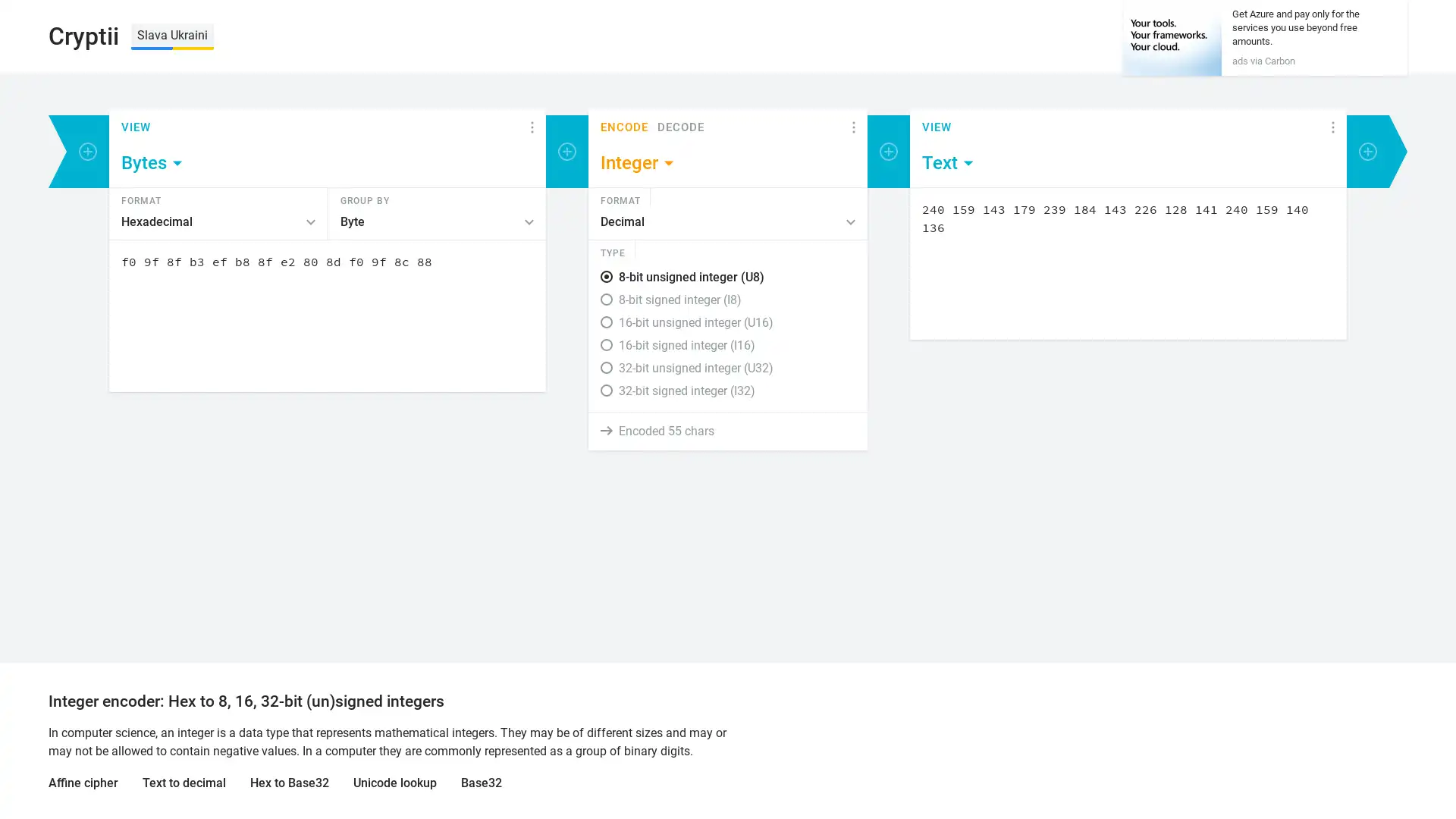 Image resolution: width=1456 pixels, height=819 pixels. I want to click on Add encoder or viewer, so click(1368, 152).